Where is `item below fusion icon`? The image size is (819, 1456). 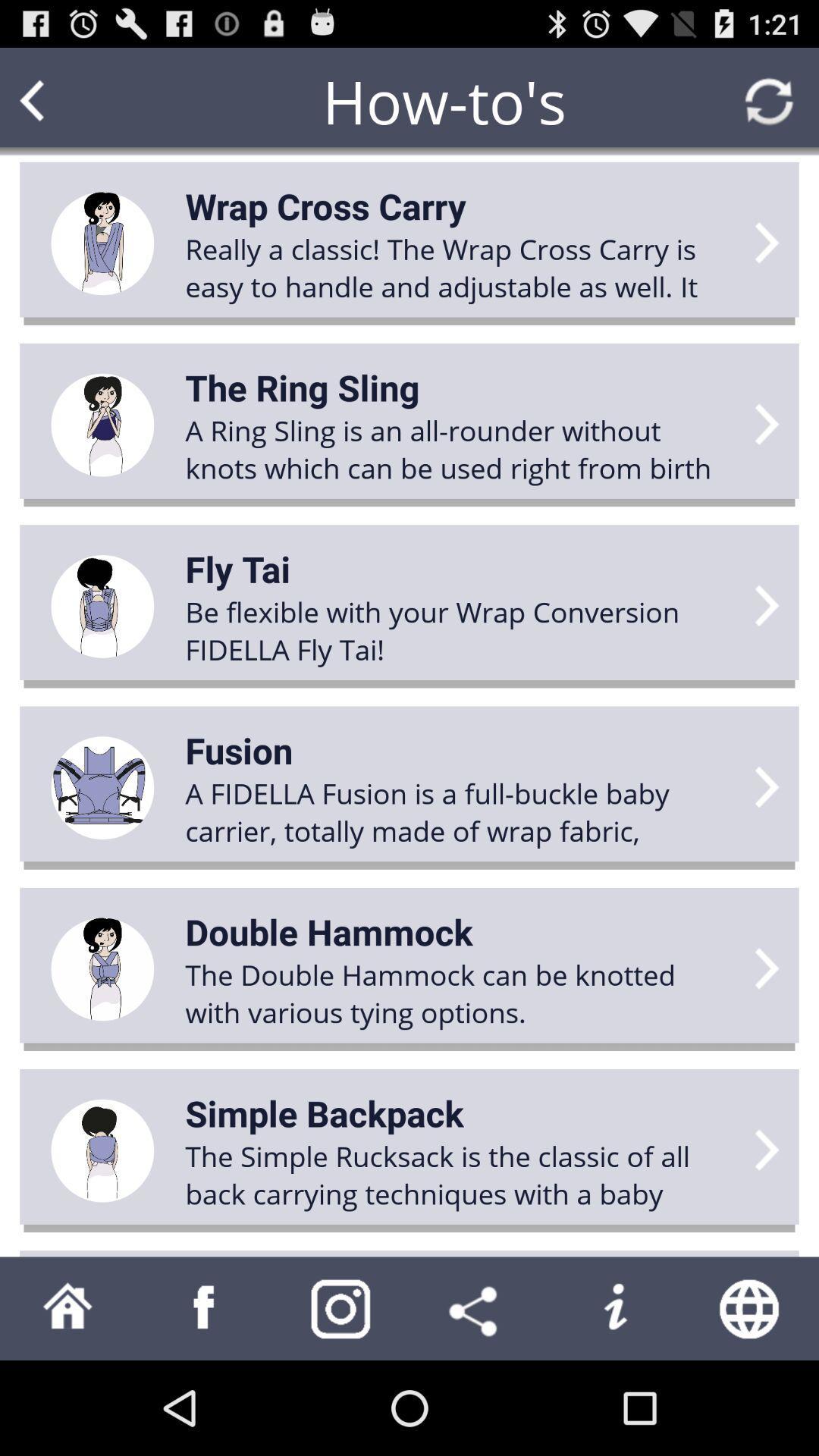 item below fusion icon is located at coordinates (460, 811).